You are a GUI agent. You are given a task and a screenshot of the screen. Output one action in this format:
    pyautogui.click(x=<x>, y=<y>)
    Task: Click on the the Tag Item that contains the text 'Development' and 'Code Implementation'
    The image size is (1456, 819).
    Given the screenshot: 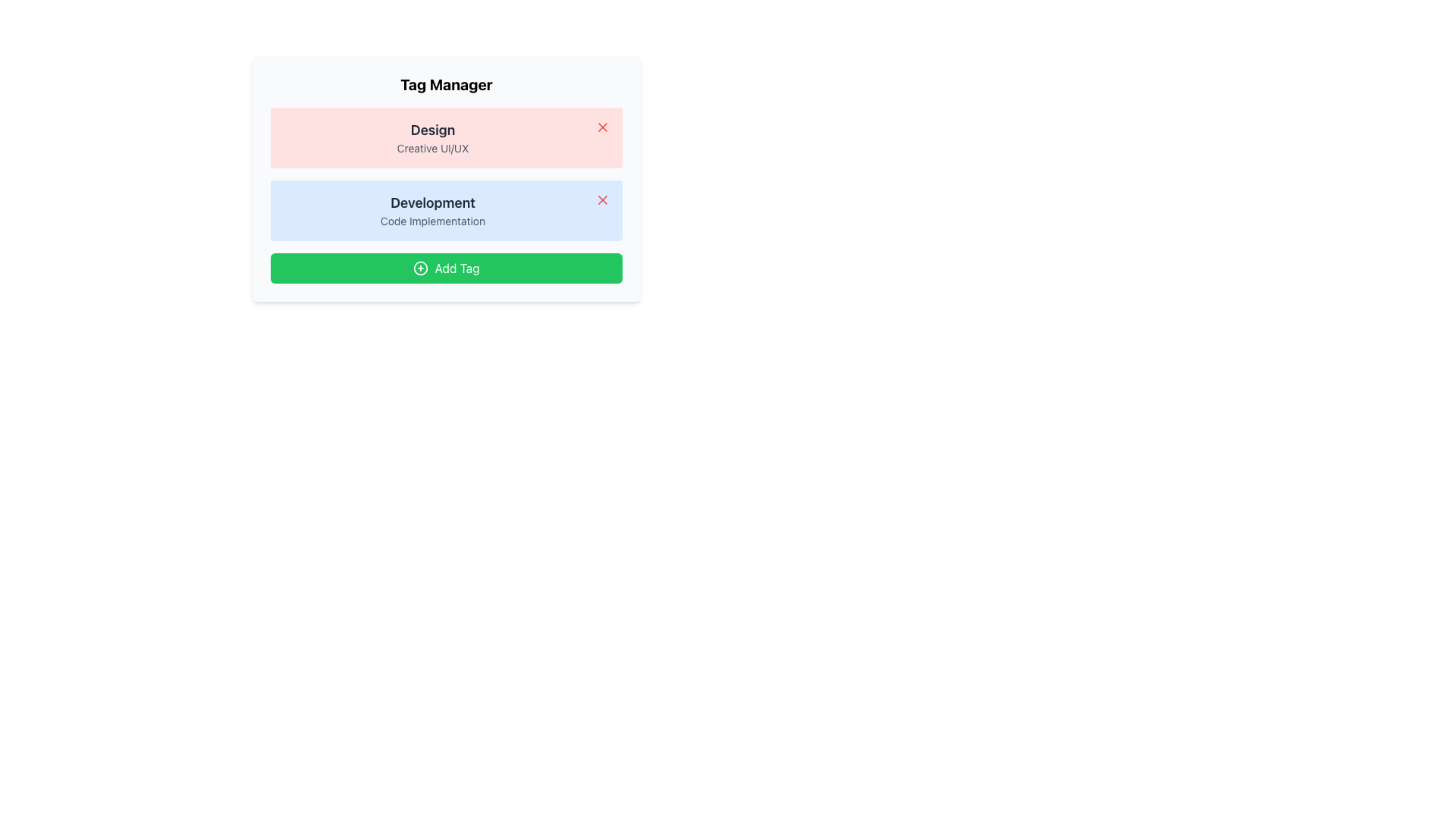 What is the action you would take?
    pyautogui.click(x=446, y=210)
    